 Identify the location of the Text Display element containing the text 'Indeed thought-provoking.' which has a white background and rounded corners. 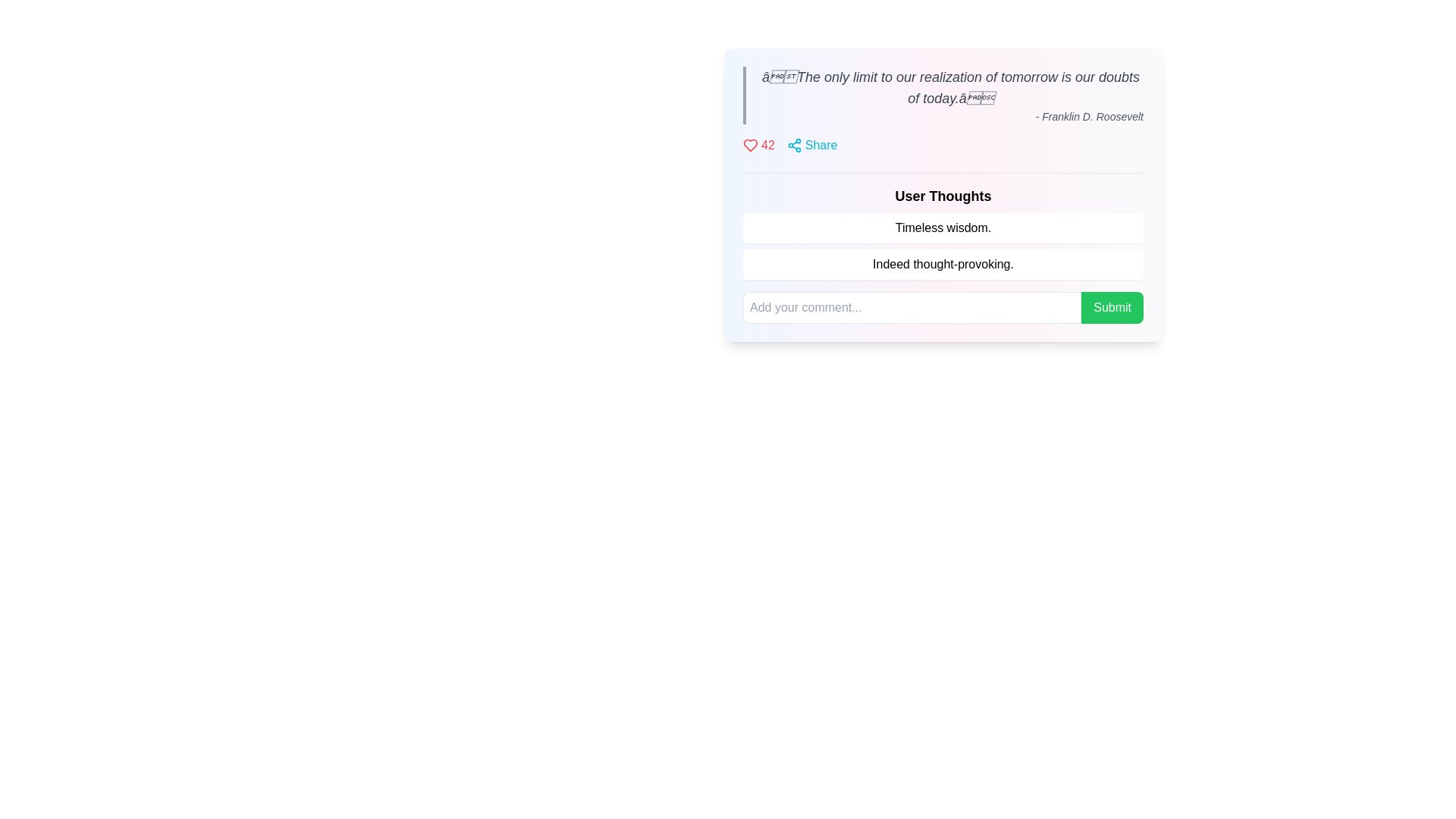
(942, 263).